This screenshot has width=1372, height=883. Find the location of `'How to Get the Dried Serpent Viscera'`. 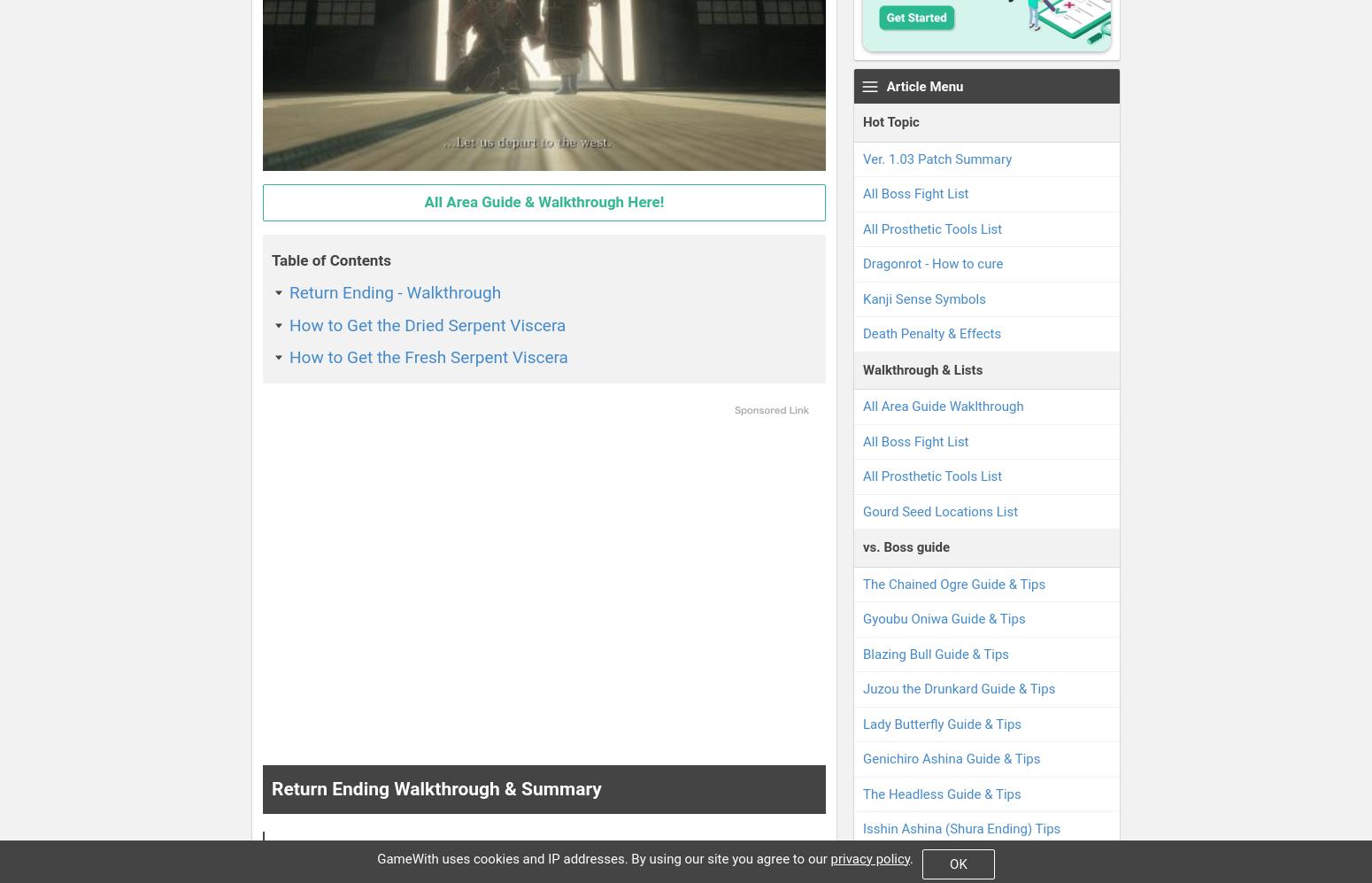

'How to Get the Dried Serpent Viscera' is located at coordinates (426, 324).